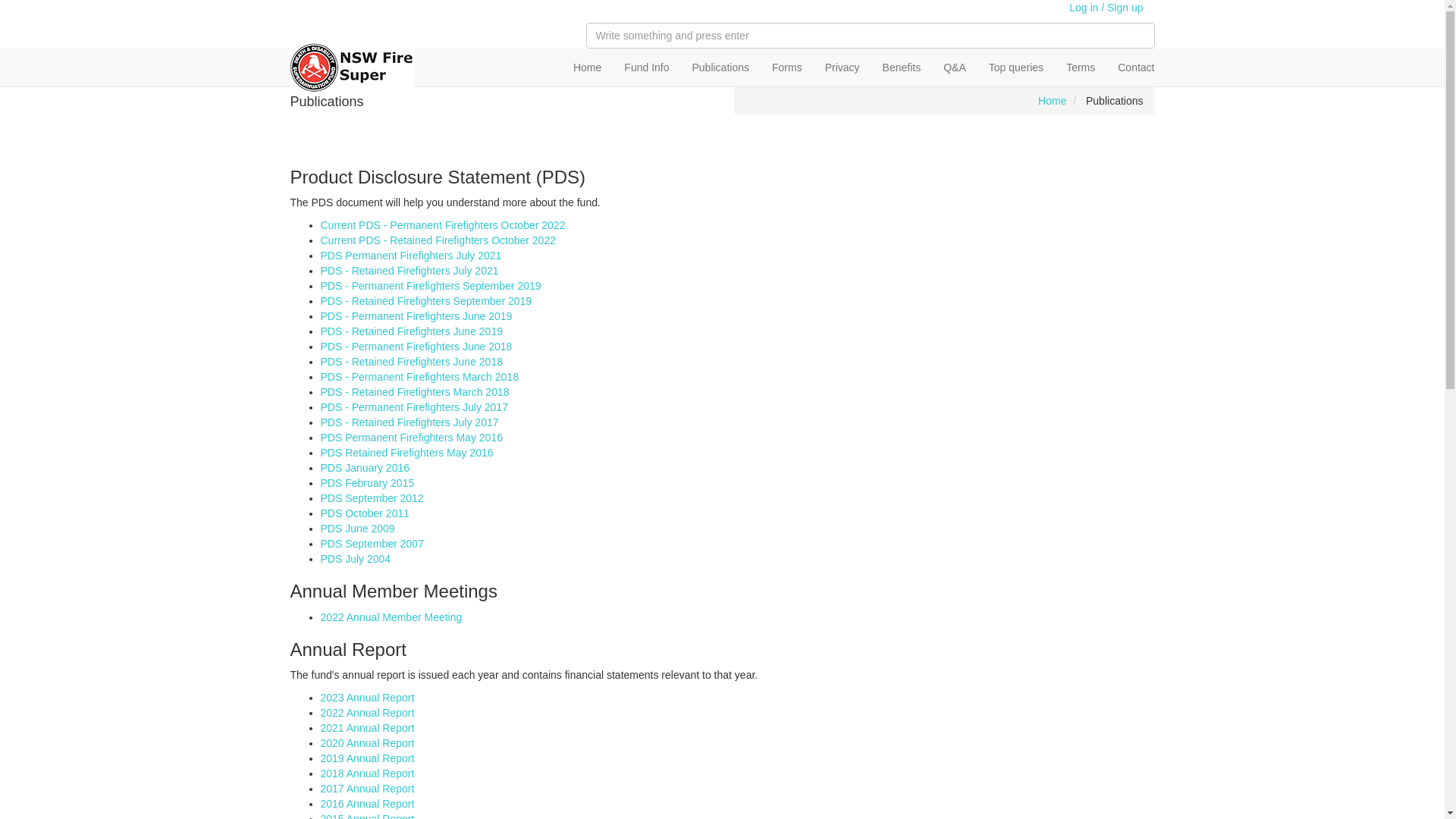  I want to click on '2022 Annual Report', so click(367, 713).